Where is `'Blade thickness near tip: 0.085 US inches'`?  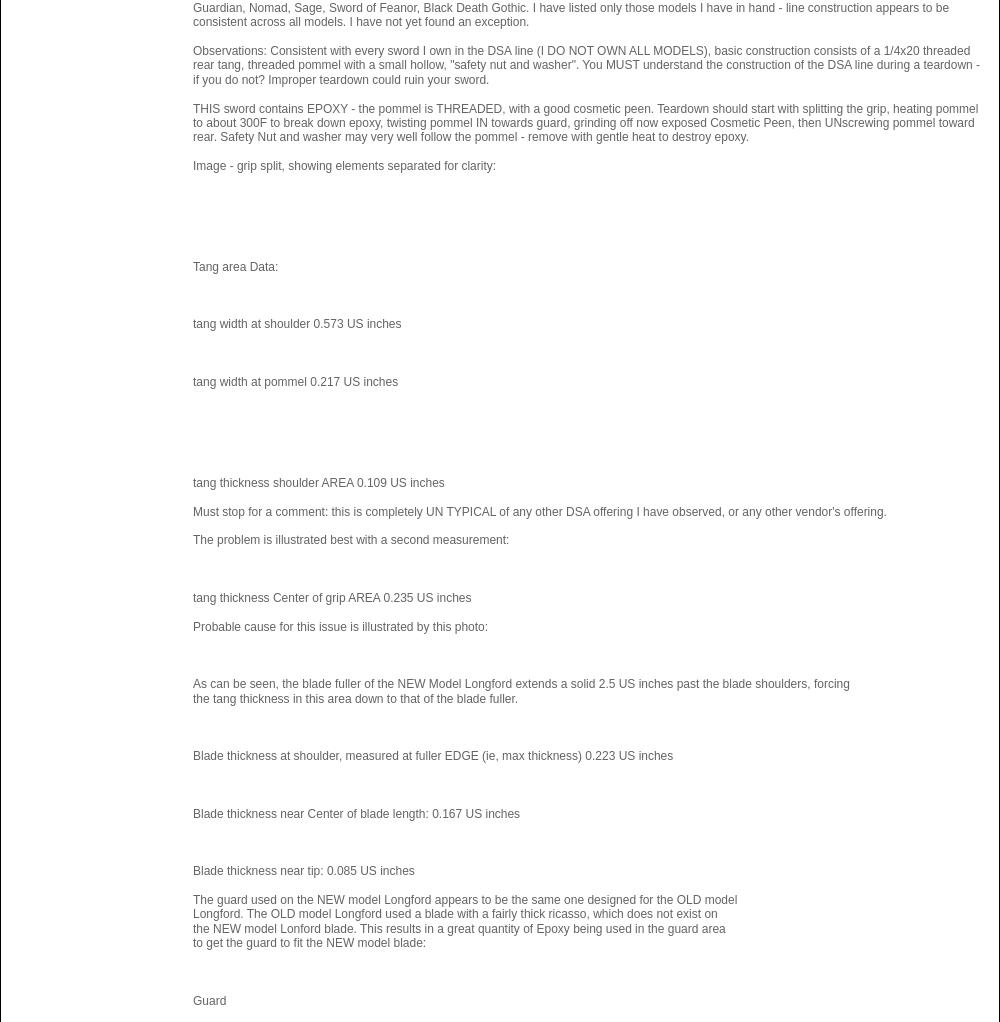 'Blade thickness near tip: 0.085 US inches' is located at coordinates (192, 871).